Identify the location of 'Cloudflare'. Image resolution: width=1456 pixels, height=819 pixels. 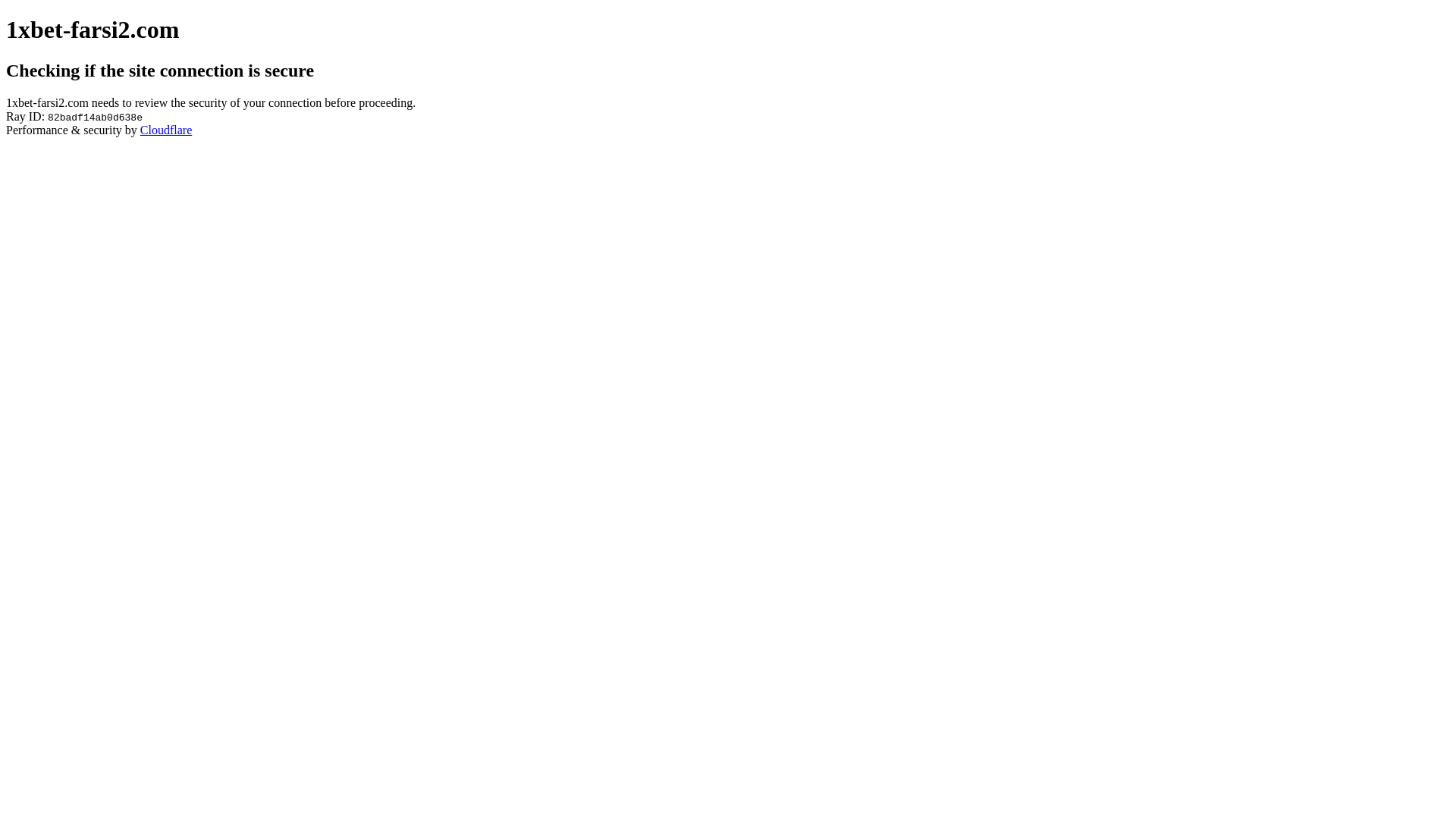
(166, 129).